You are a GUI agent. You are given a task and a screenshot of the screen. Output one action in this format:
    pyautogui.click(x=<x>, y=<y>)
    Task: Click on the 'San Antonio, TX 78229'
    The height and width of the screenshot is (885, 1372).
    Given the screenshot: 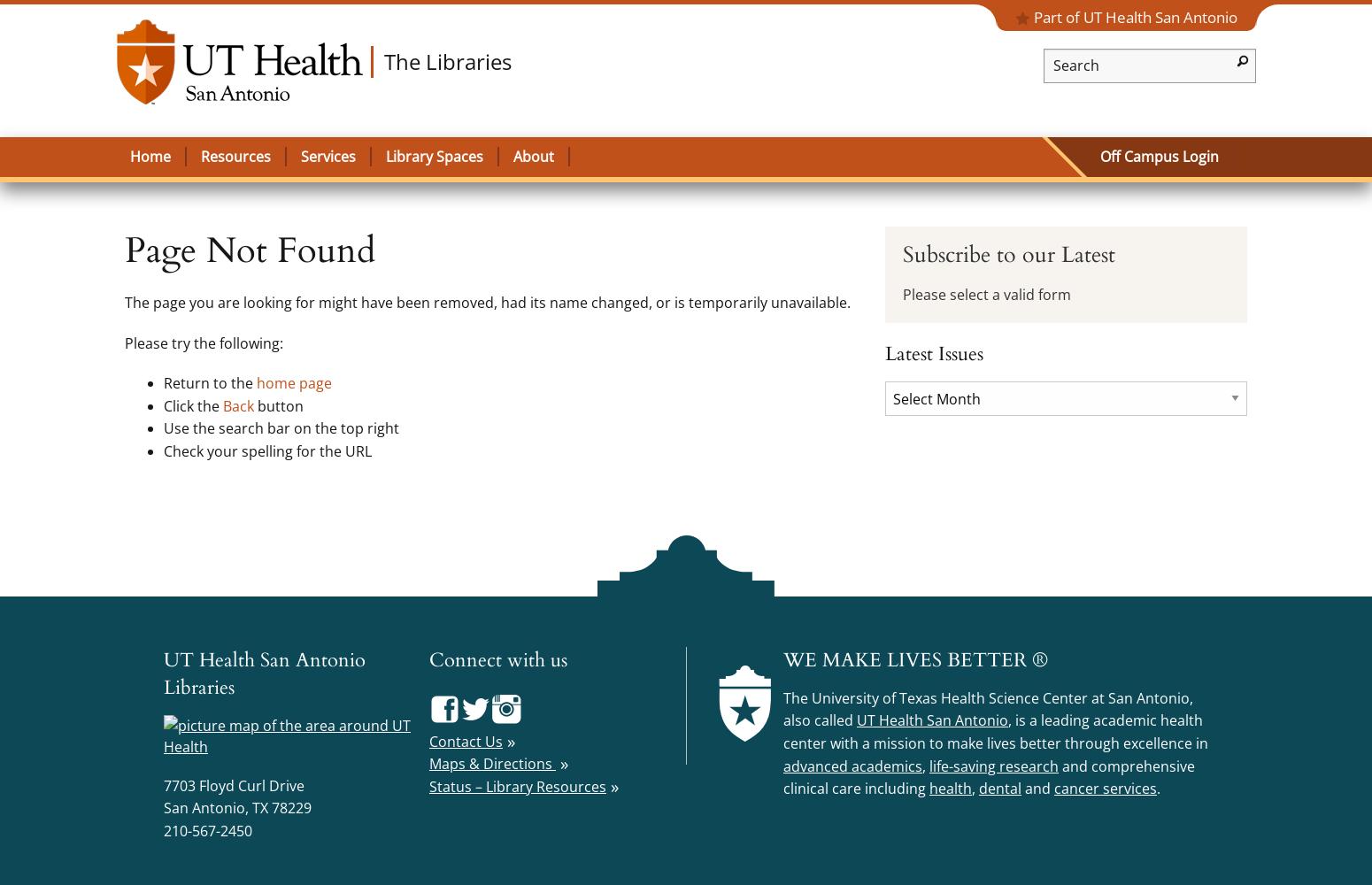 What is the action you would take?
    pyautogui.click(x=237, y=808)
    